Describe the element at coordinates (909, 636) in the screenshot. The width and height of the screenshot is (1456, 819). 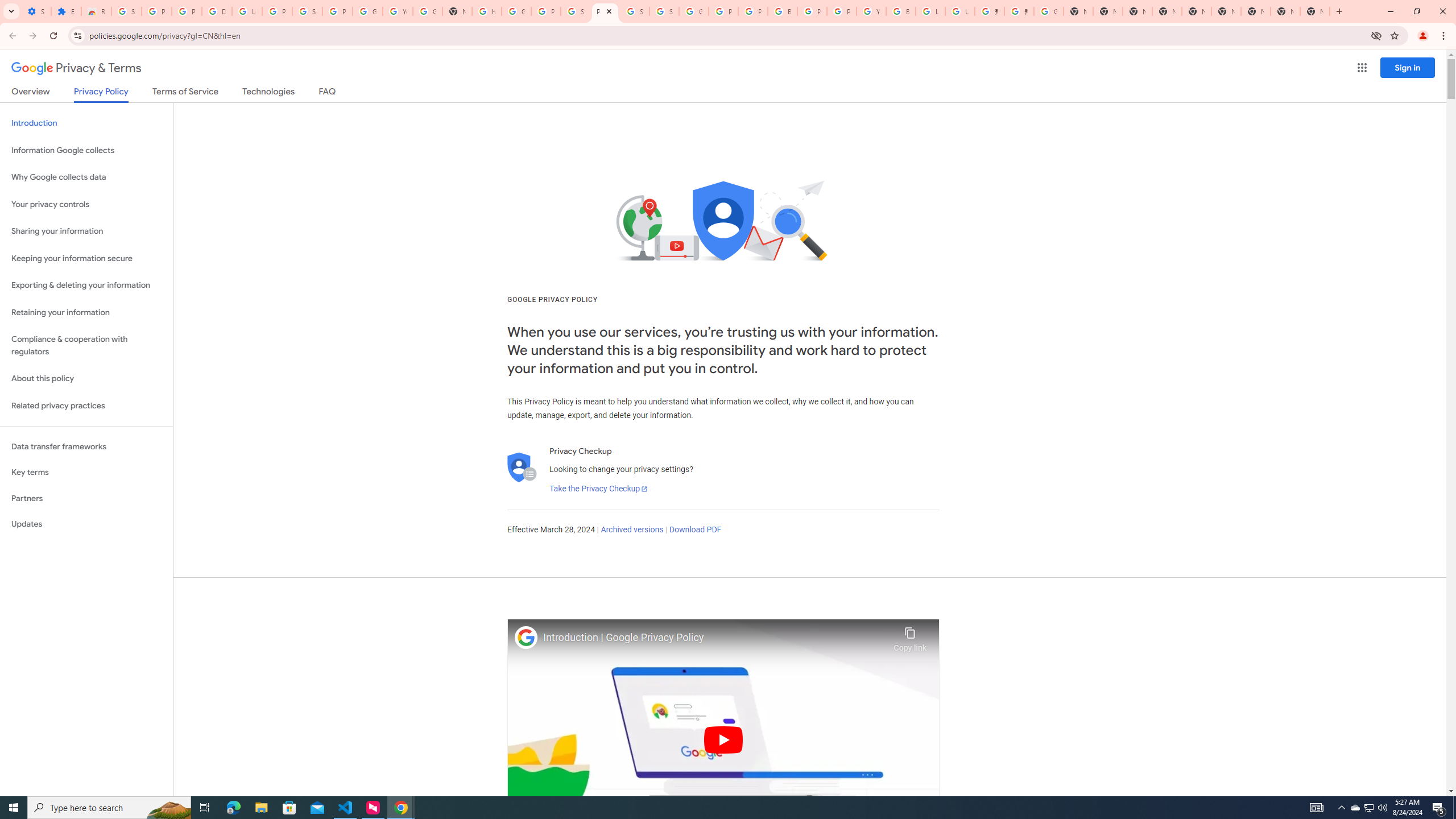
I see `'Copy link'` at that location.